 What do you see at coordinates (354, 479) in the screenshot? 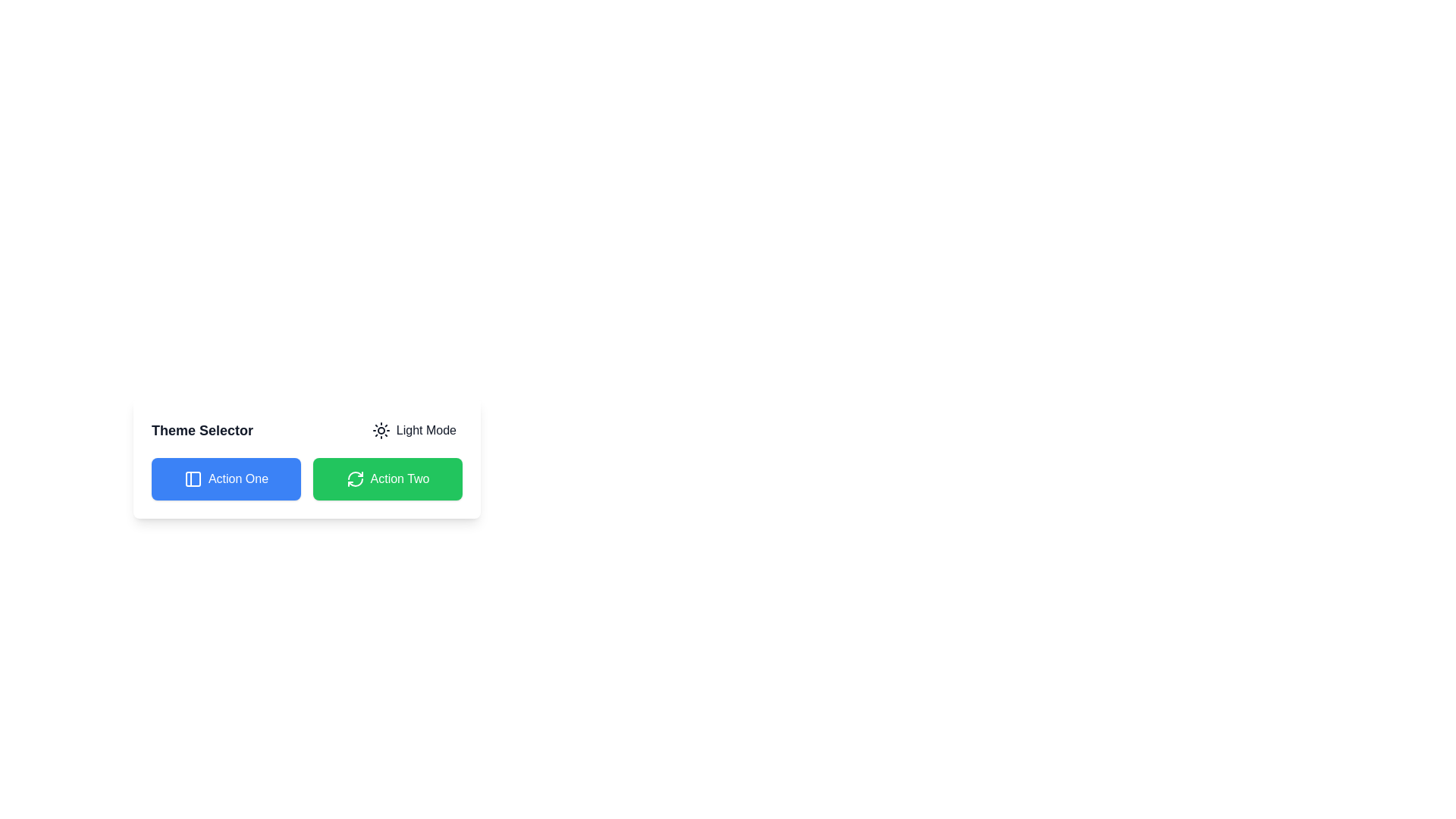
I see `the circular refresh icon with a green background and white arrows, located within the 'Action Two' button` at bounding box center [354, 479].